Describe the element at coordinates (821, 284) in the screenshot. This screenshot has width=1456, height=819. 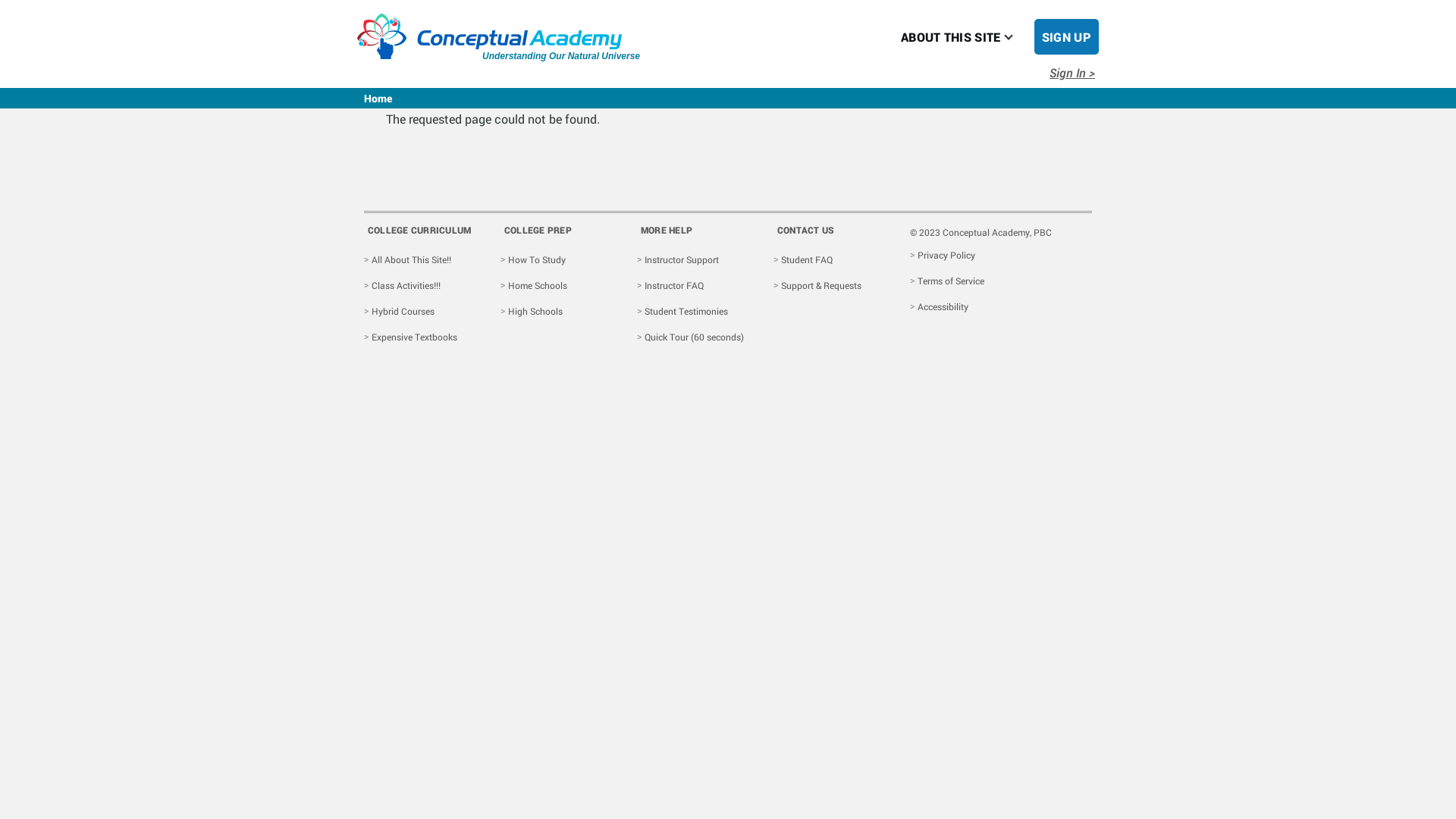
I see `'Support & Requests'` at that location.